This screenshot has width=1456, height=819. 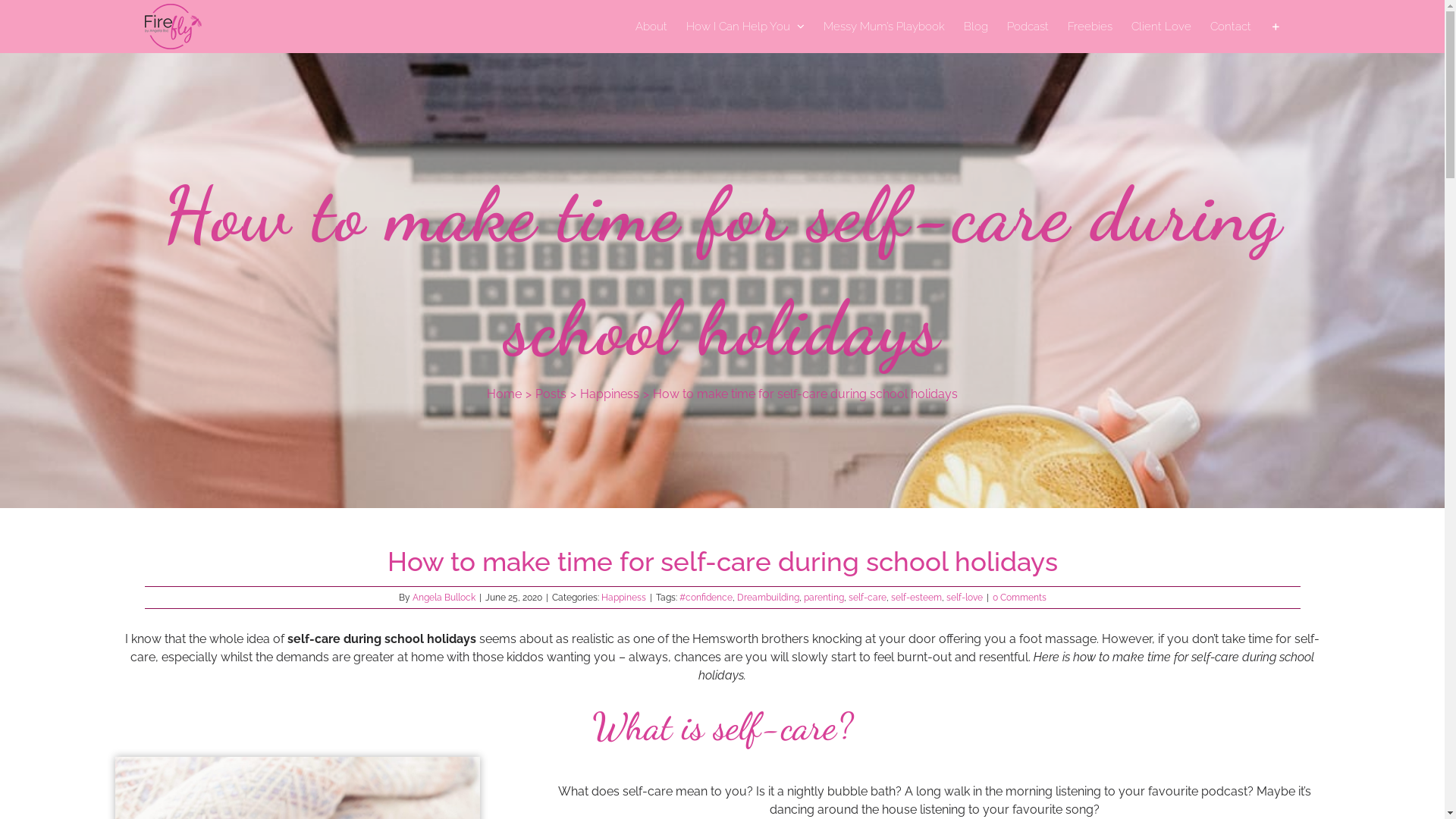 What do you see at coordinates (1131, 26) in the screenshot?
I see `'Client Love'` at bounding box center [1131, 26].